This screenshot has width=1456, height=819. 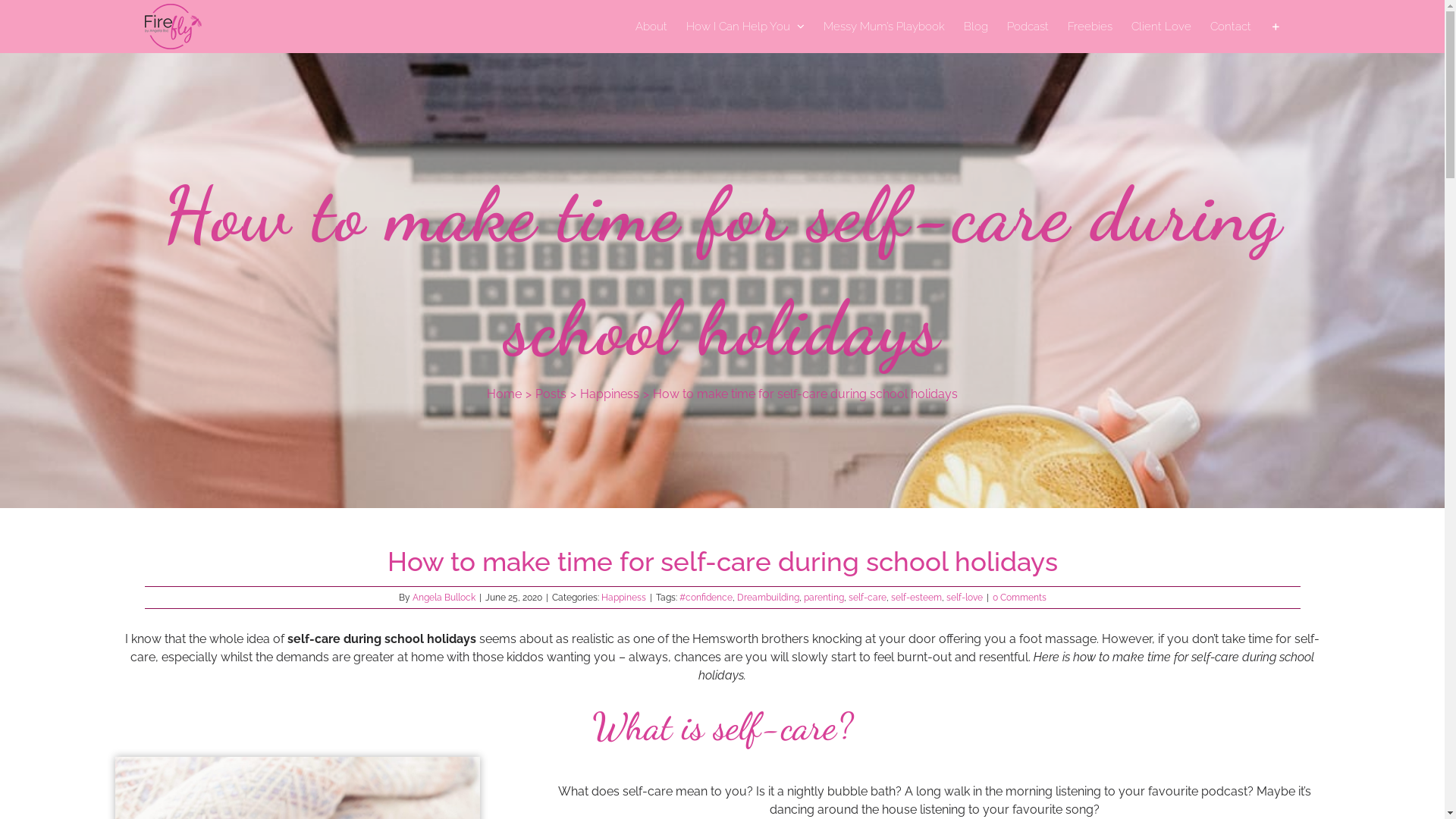 What do you see at coordinates (1131, 26) in the screenshot?
I see `'Client Love'` at bounding box center [1131, 26].